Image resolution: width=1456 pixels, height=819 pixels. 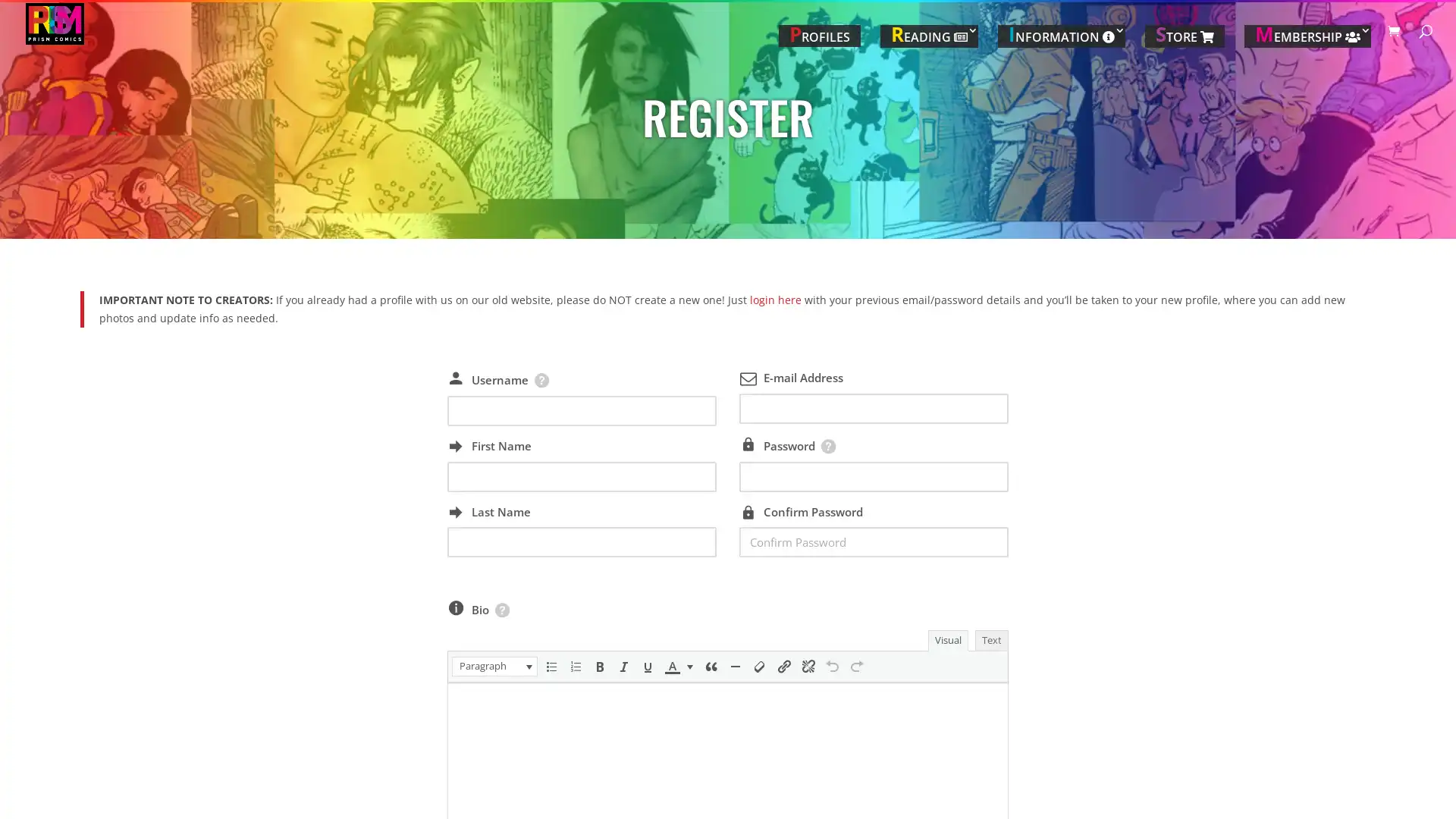 I want to click on Blockquote (Q), so click(x=709, y=666).